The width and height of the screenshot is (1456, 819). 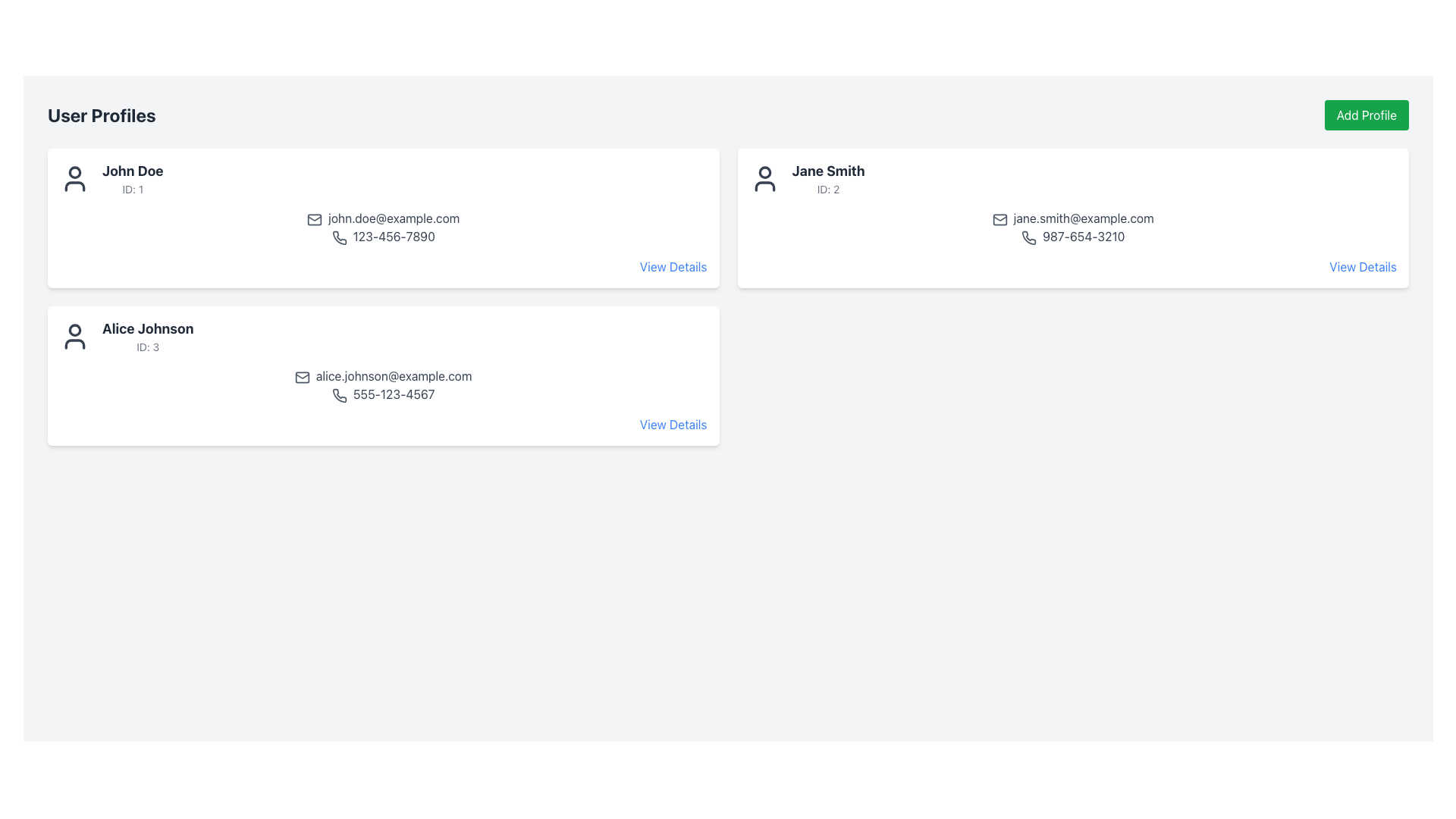 I want to click on contact information (email and phone number) provided in the informational text located in Alice Johnson's profile card, which is situated below the 'ID: 3' text and above the 'View Details' link, so click(x=383, y=384).